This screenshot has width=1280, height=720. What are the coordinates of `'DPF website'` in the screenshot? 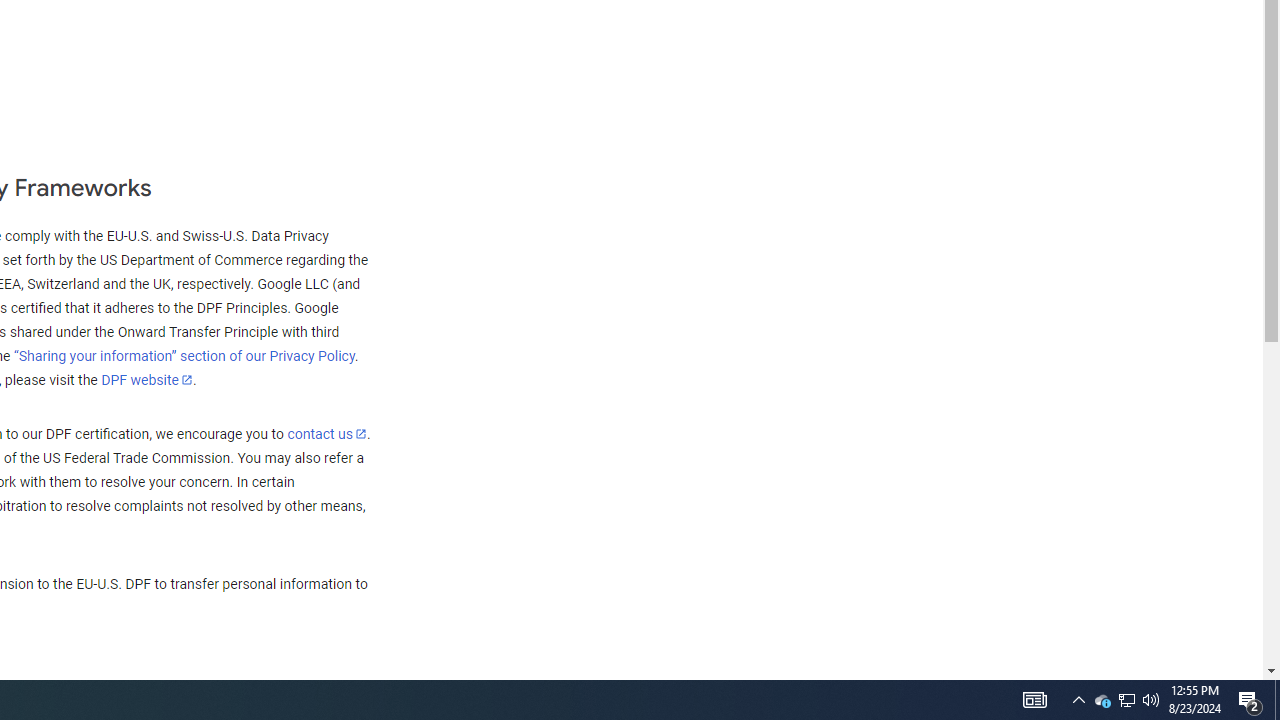 It's located at (146, 379).